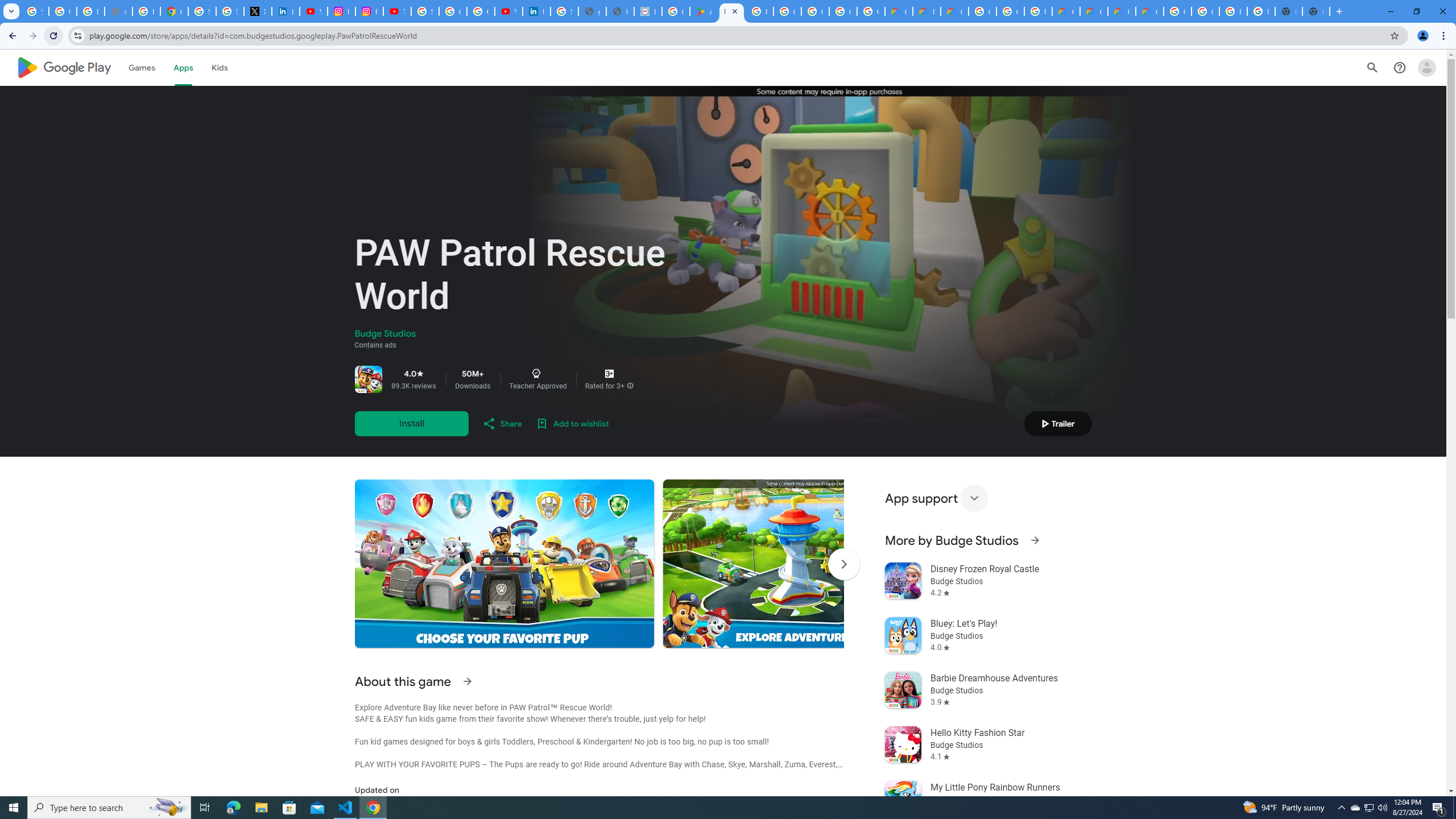 Image resolution: width=1456 pixels, height=819 pixels. Describe the element at coordinates (702, 11) in the screenshot. I see `'Android Apps on Google Play'` at that location.